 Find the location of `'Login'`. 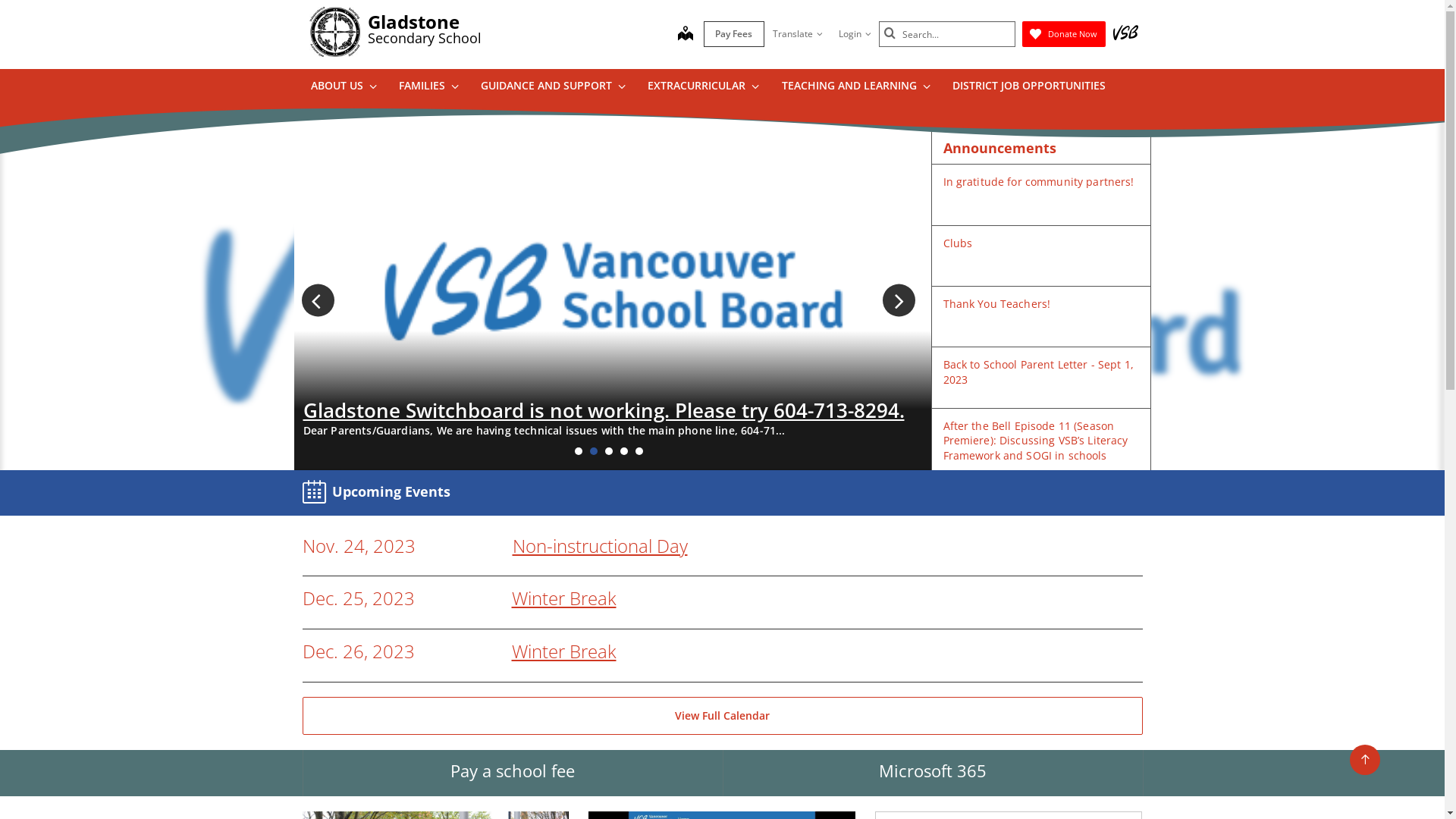

'Login' is located at coordinates (854, 34).